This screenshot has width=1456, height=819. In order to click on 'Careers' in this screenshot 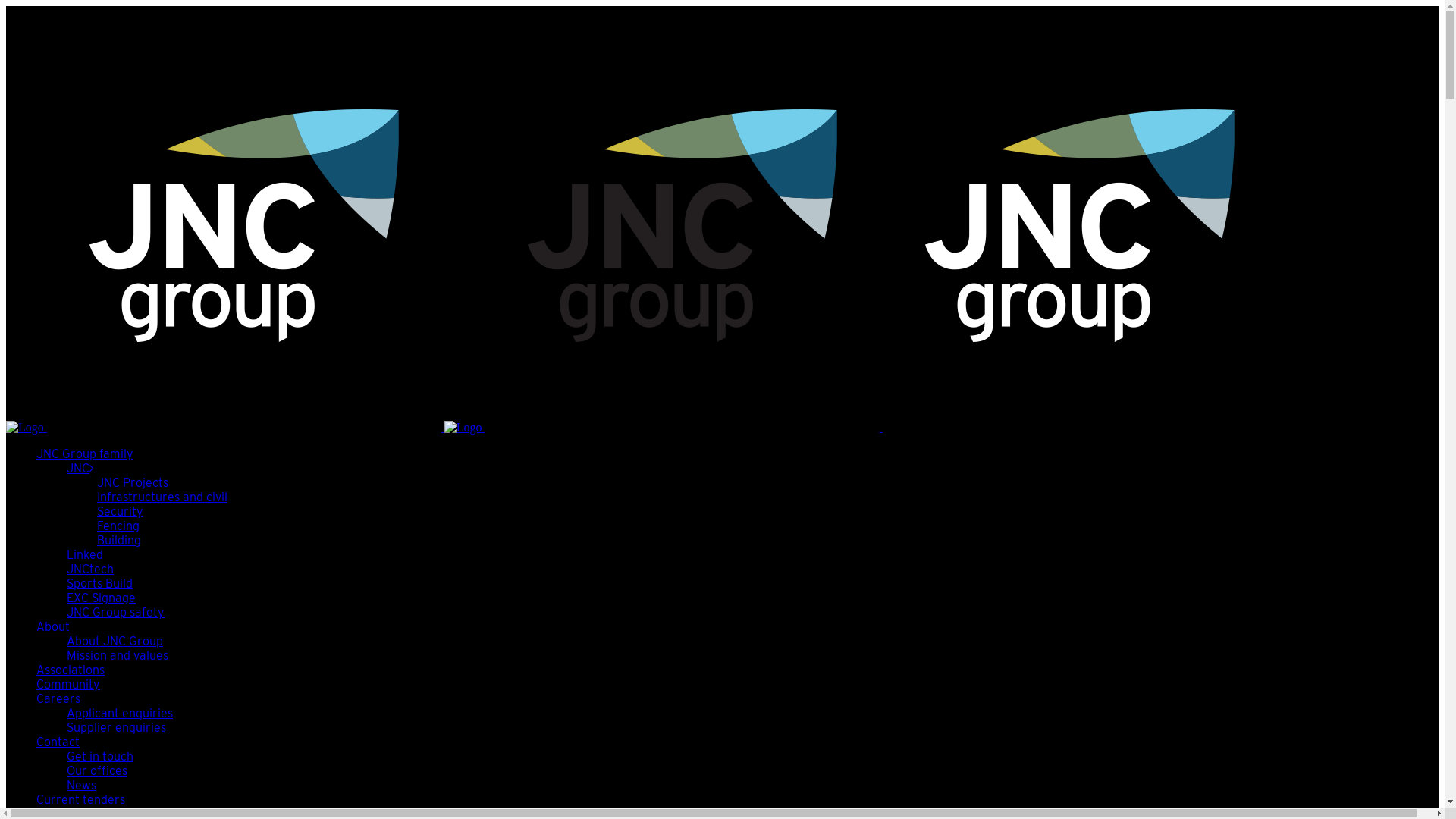, I will do `click(58, 698)`.